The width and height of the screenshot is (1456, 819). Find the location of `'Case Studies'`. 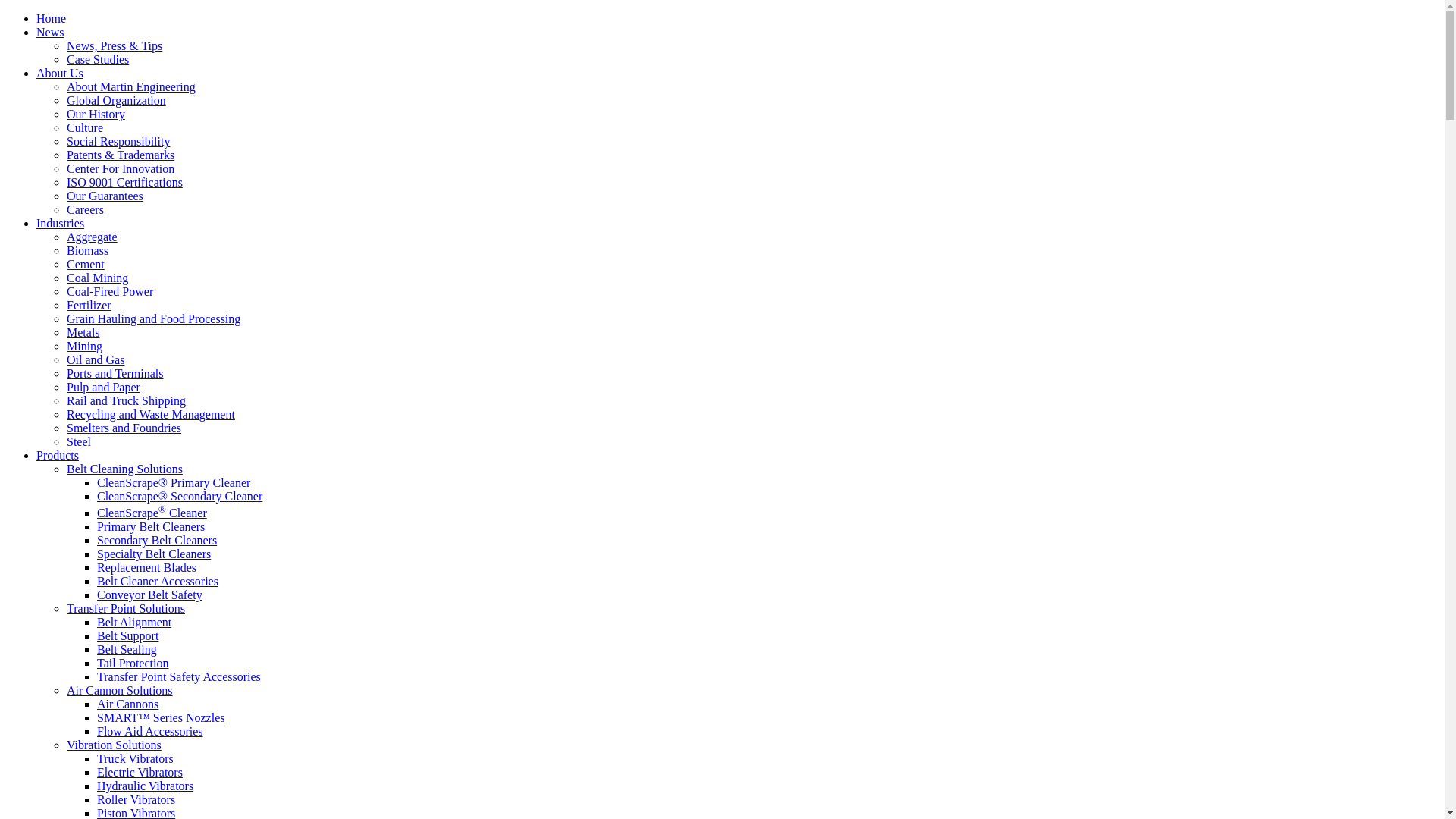

'Case Studies' is located at coordinates (97, 58).